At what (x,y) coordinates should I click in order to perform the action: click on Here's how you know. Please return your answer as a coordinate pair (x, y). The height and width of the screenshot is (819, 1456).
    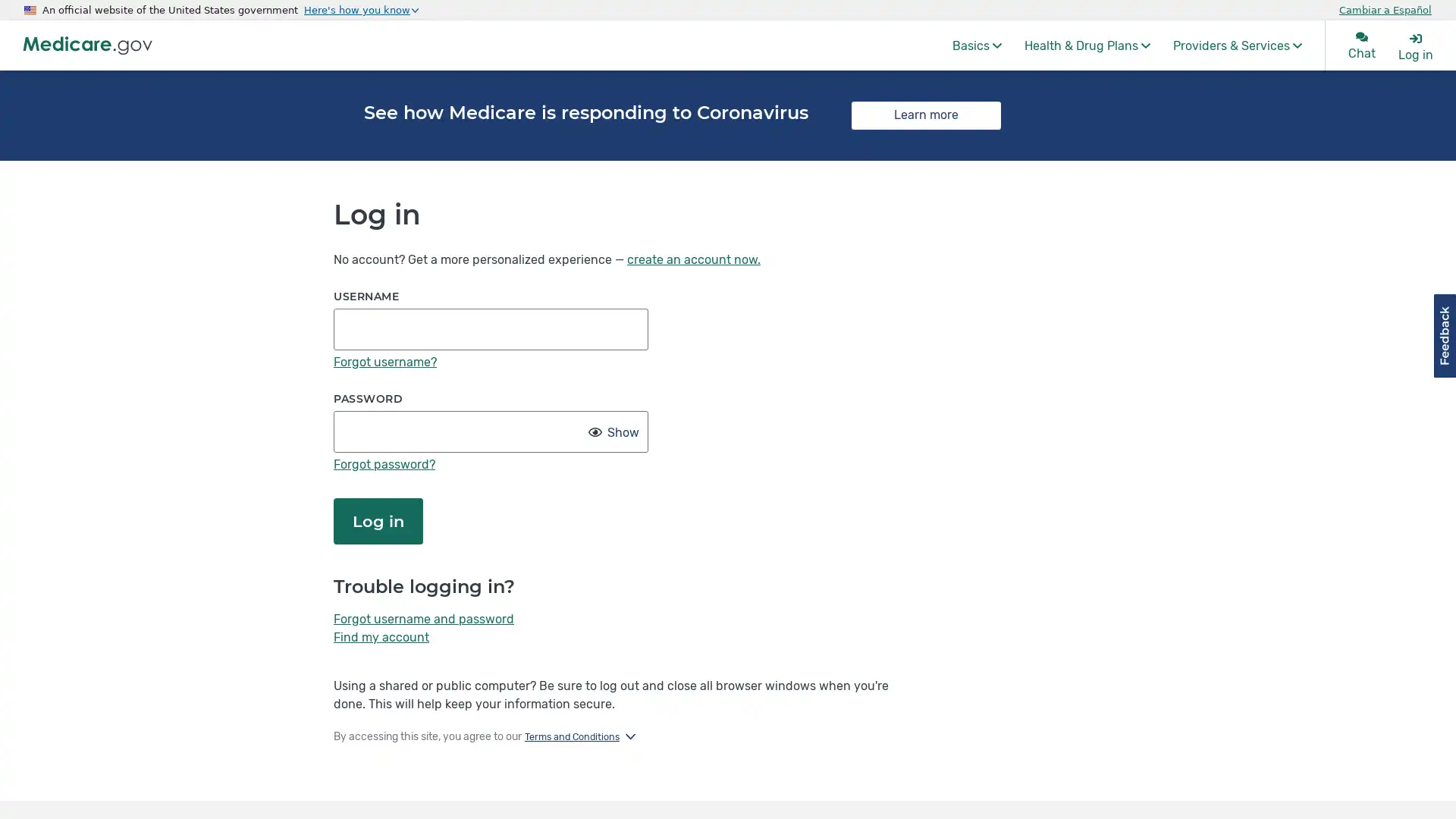
    Looking at the image, I should click on (360, 9).